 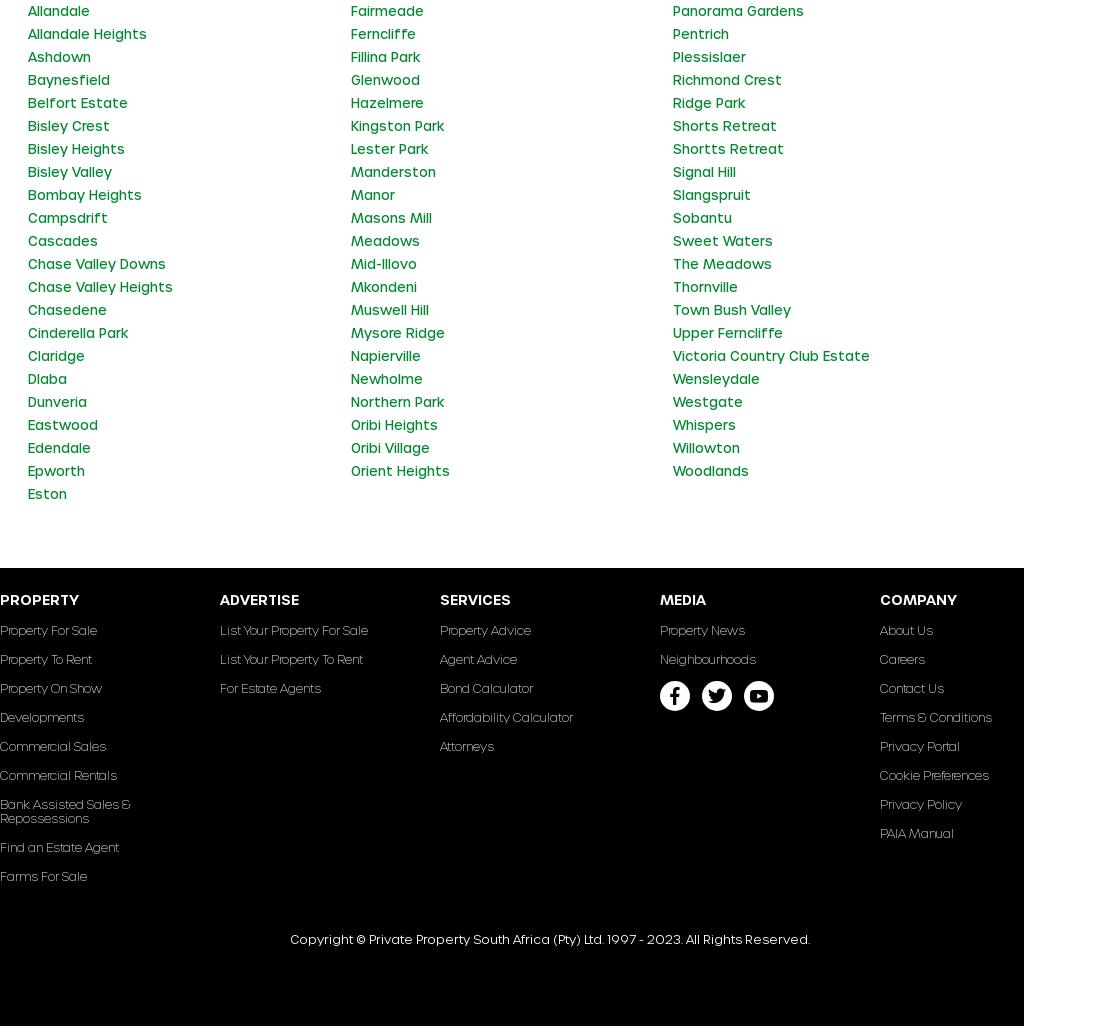 I want to click on 'Masons Mill', so click(x=350, y=216).